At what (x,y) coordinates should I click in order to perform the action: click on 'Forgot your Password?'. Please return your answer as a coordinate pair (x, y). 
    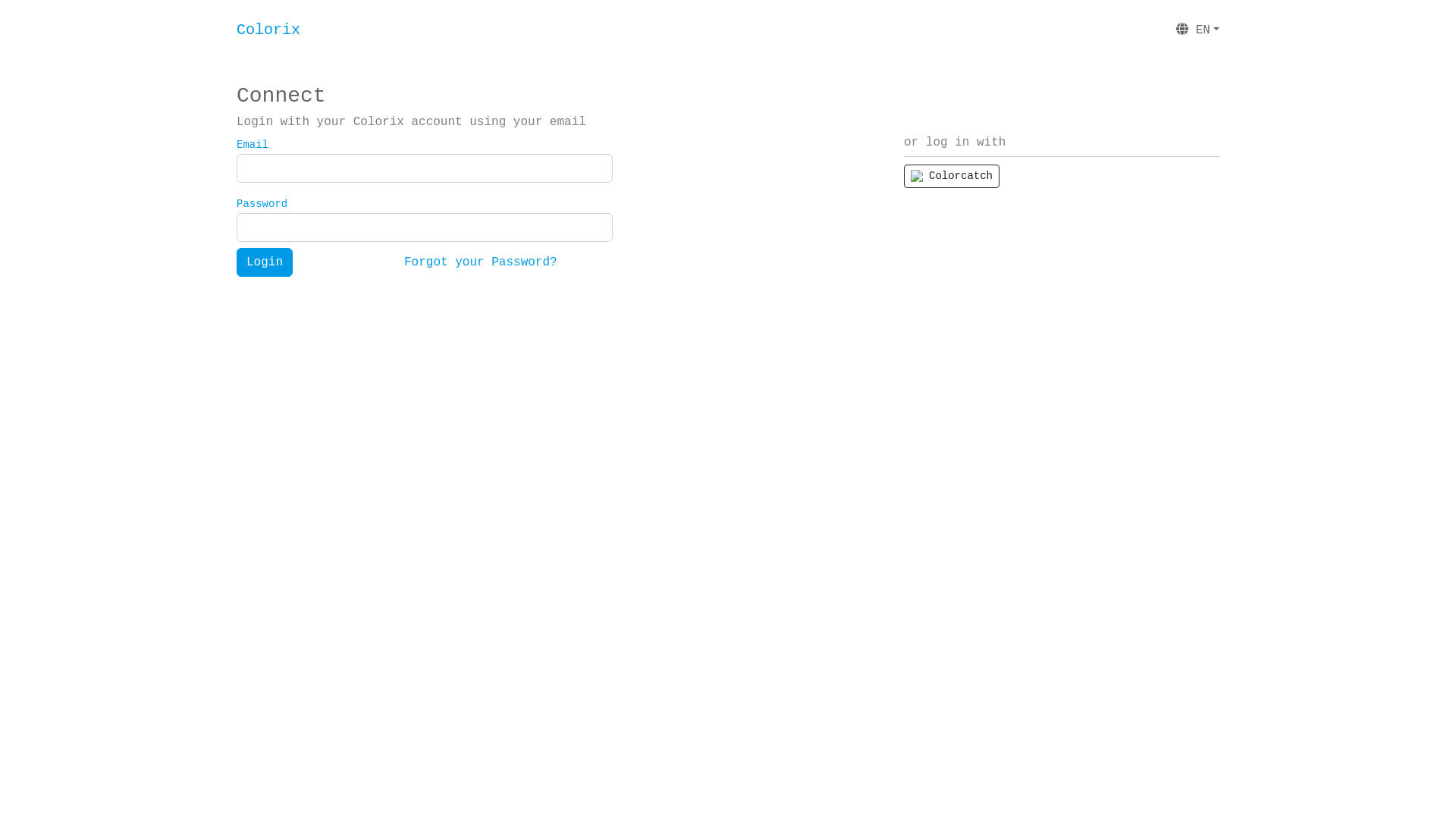
    Looking at the image, I should click on (479, 262).